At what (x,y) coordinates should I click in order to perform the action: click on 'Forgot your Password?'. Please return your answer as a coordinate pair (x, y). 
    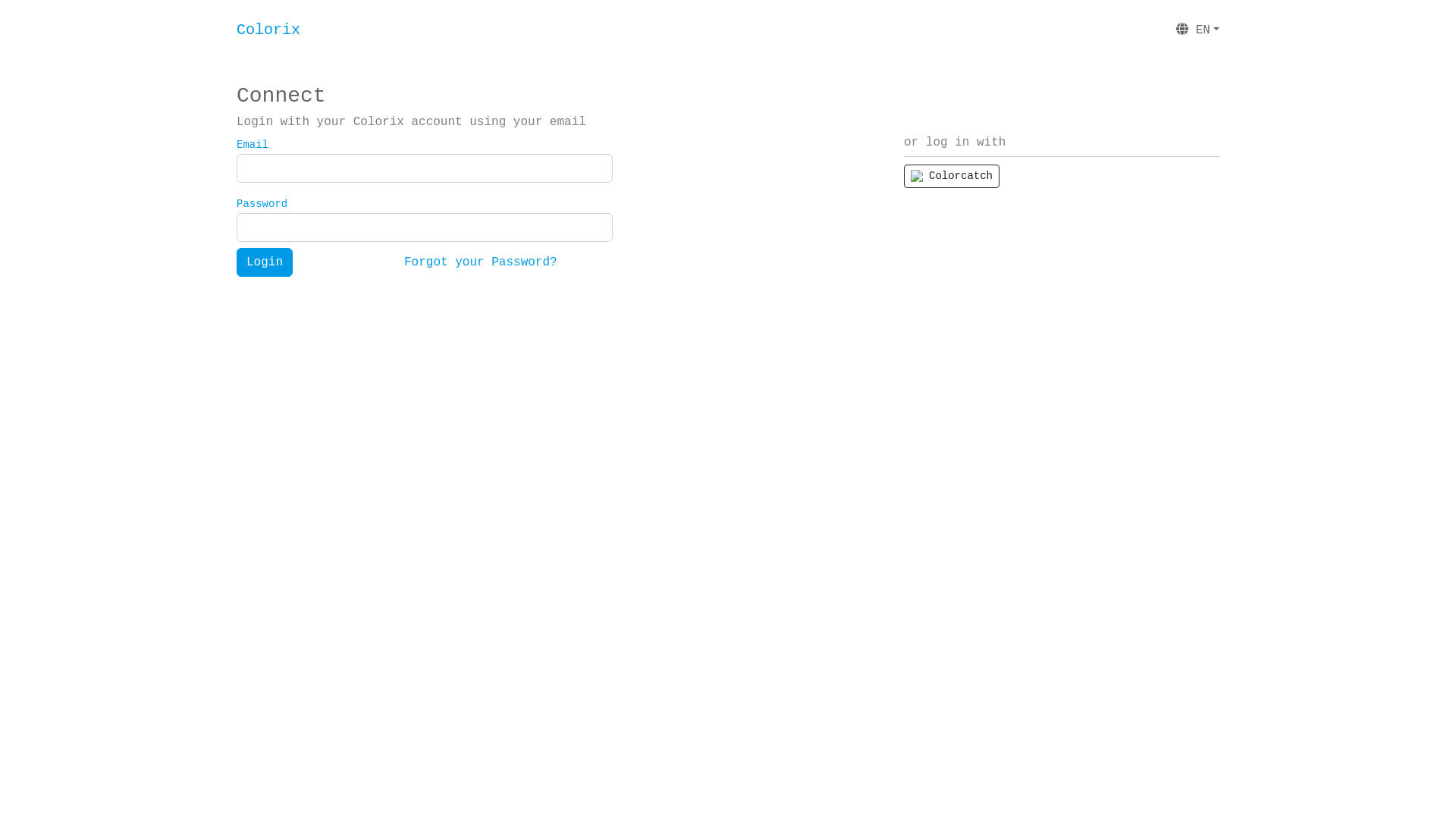
    Looking at the image, I should click on (479, 262).